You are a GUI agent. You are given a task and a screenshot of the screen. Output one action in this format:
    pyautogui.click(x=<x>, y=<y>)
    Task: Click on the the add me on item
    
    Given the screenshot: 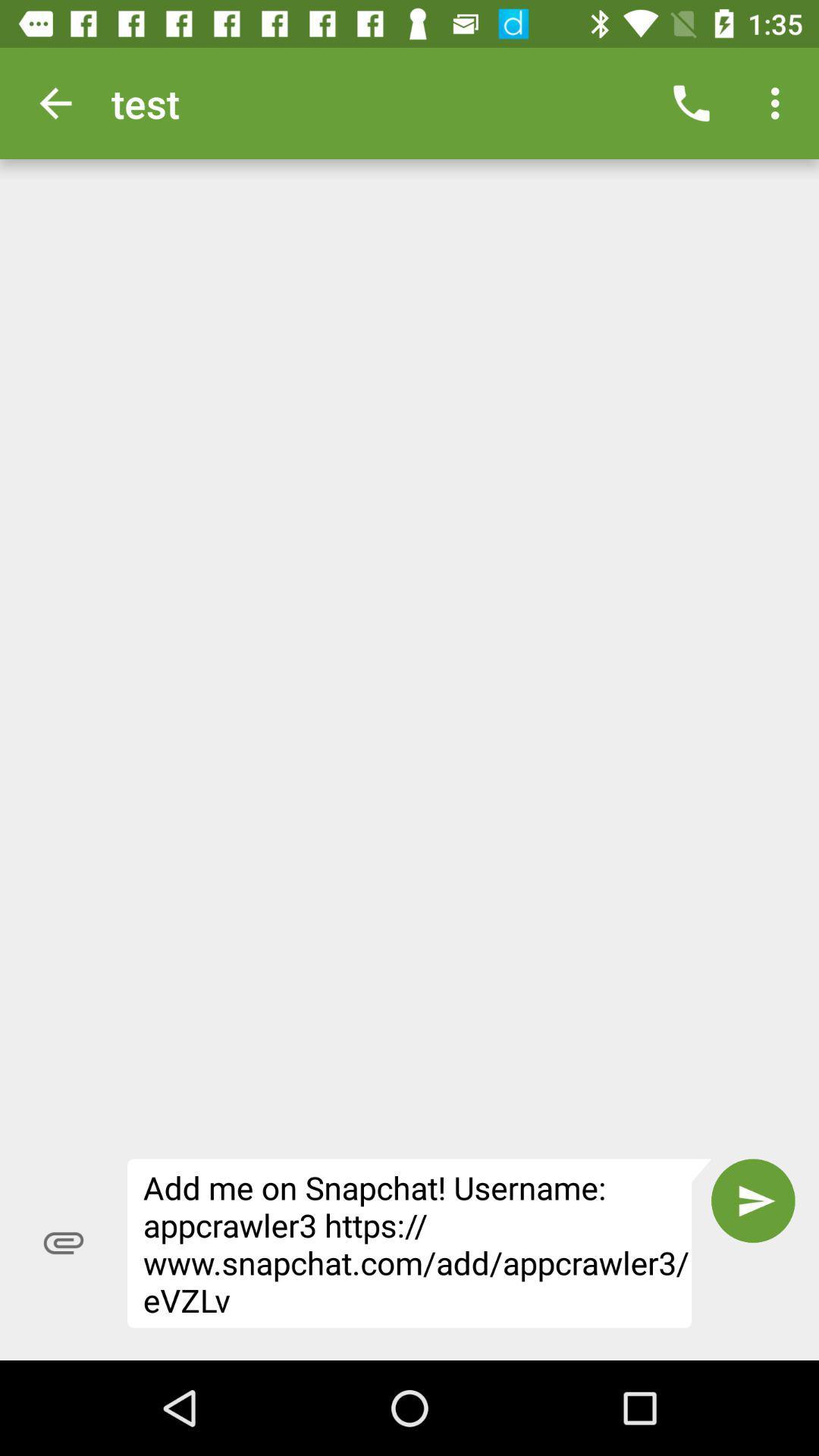 What is the action you would take?
    pyautogui.click(x=419, y=1243)
    